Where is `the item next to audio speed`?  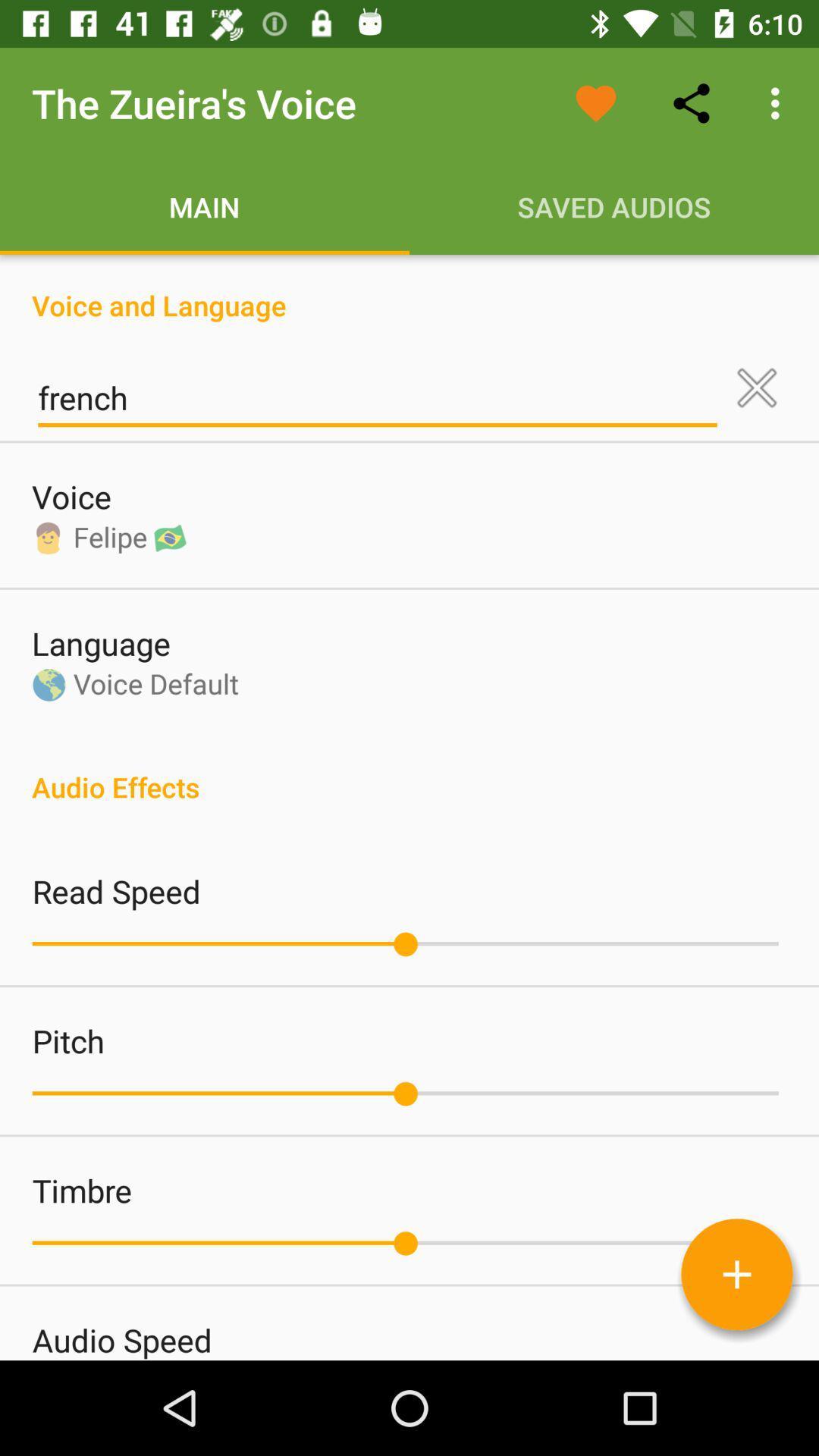
the item next to audio speed is located at coordinates (736, 1274).